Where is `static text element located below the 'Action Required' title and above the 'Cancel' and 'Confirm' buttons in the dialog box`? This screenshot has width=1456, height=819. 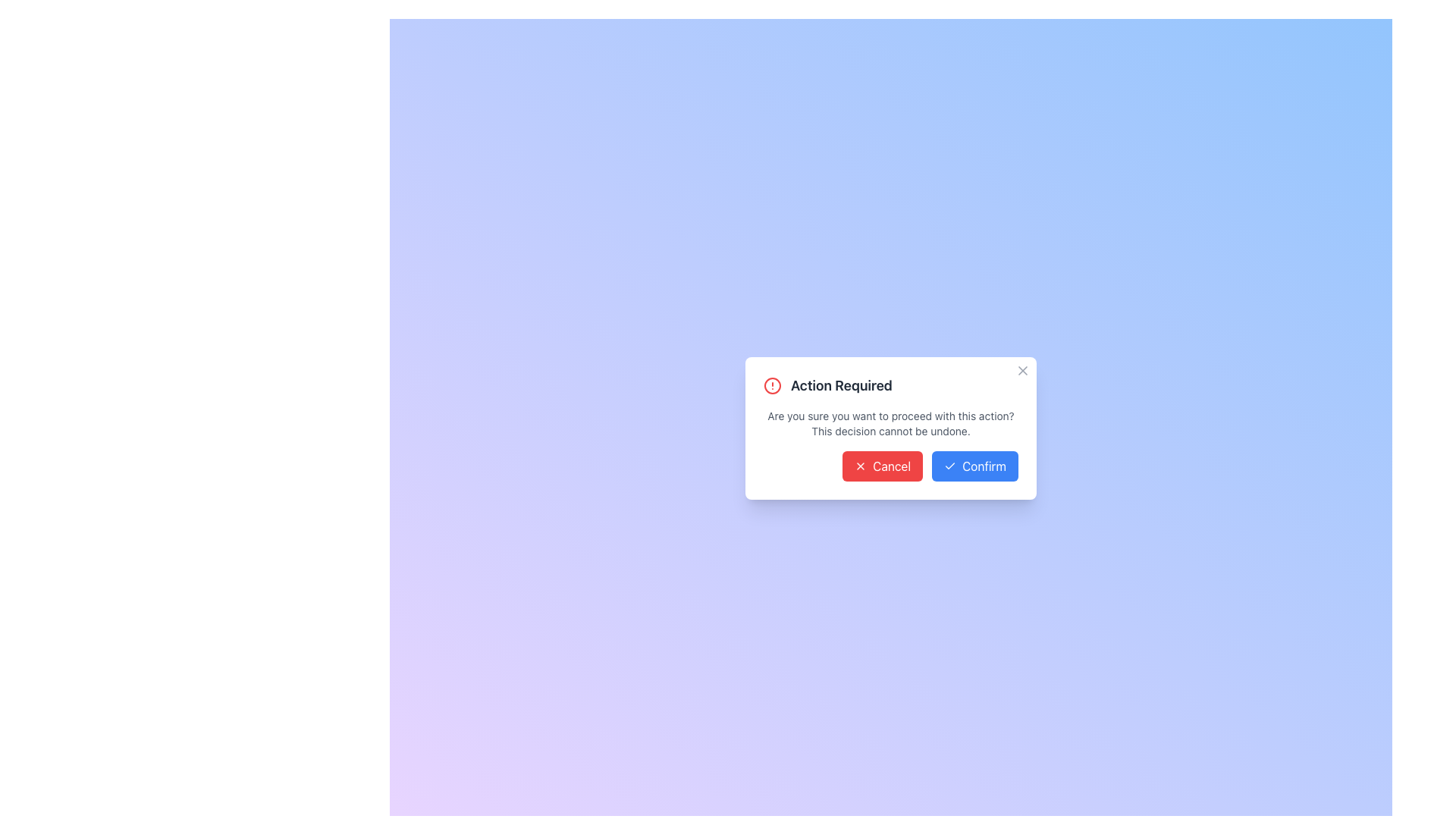 static text element located below the 'Action Required' title and above the 'Cancel' and 'Confirm' buttons in the dialog box is located at coordinates (891, 424).